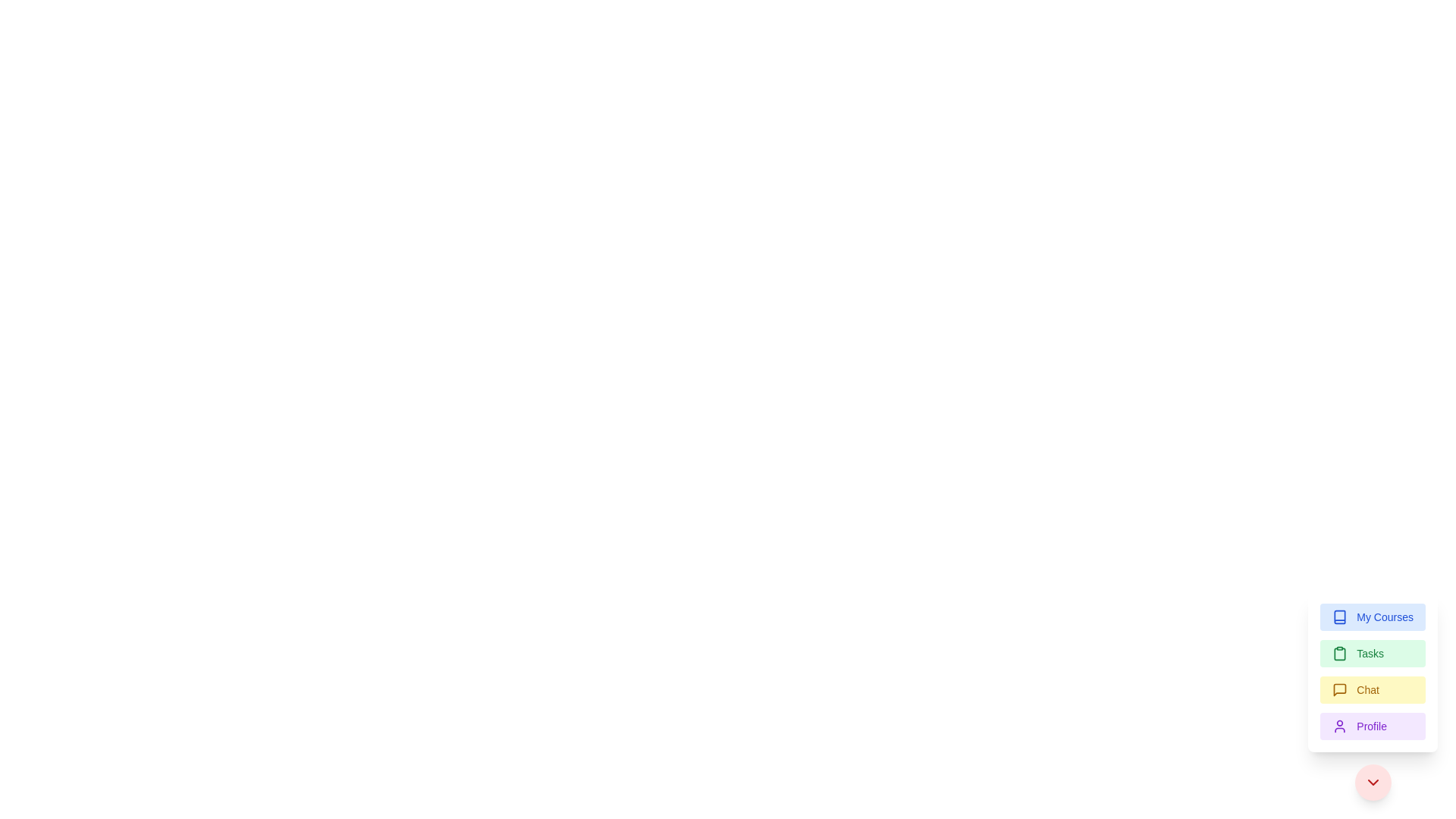 The width and height of the screenshot is (1456, 819). What do you see at coordinates (1340, 690) in the screenshot?
I see `the third icon in the vertically aligned list, which resembles a minimalistic chat bubble` at bounding box center [1340, 690].